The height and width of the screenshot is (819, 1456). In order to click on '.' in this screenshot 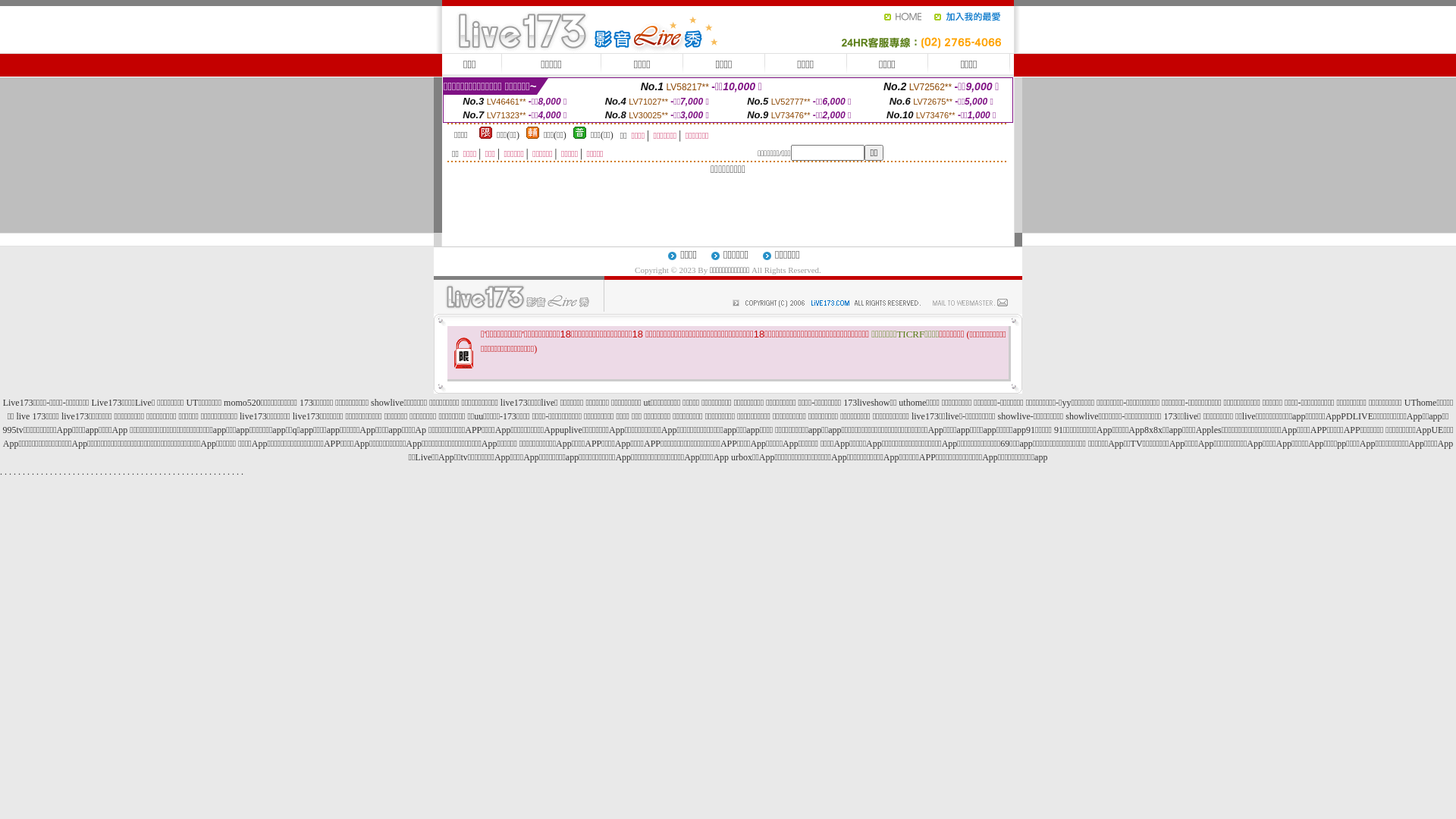, I will do `click(151, 470)`.